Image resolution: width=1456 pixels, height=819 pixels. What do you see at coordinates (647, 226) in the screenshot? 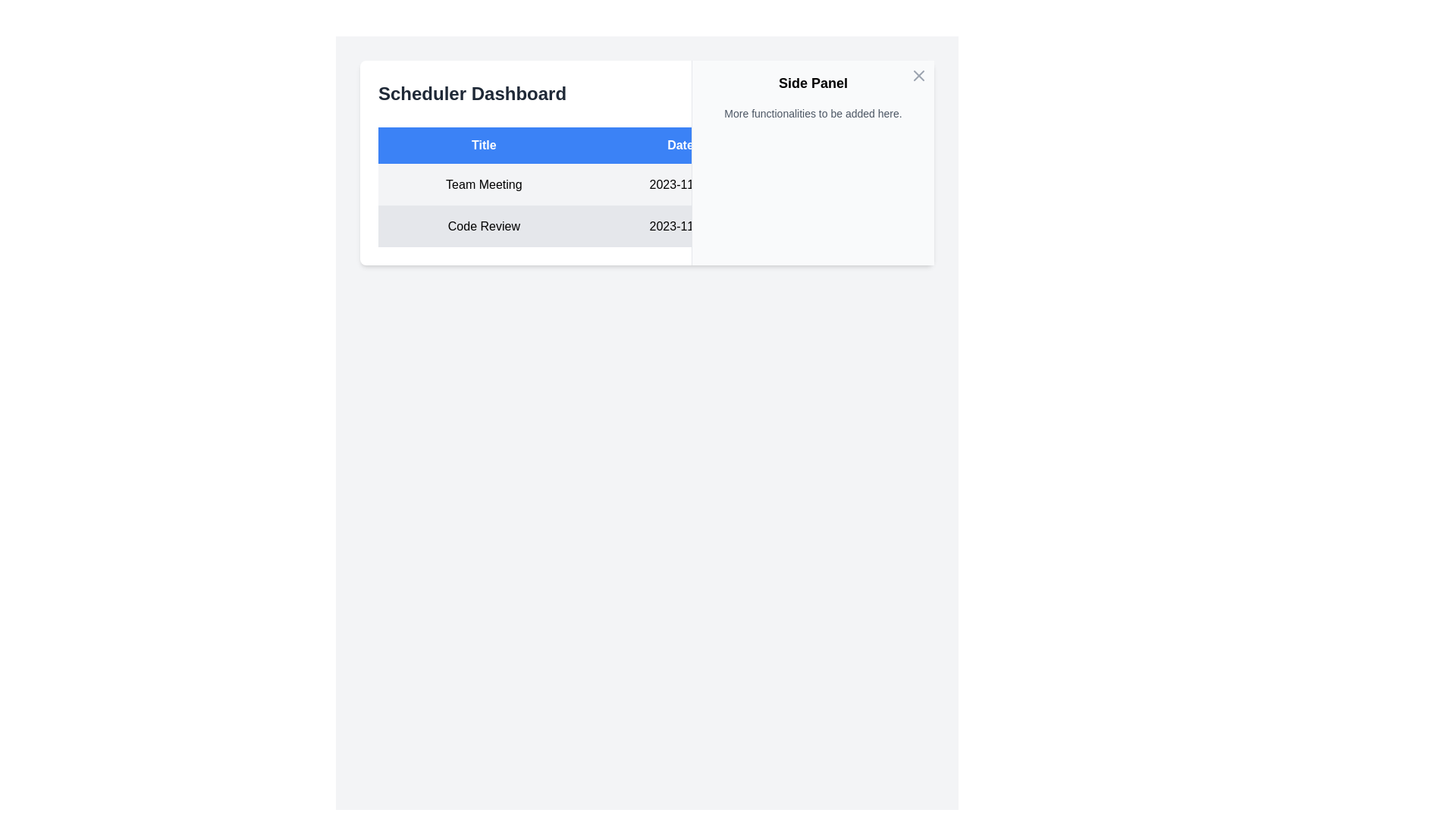
I see `the second row in the procedural schedule table under the 'Scheduler Dashboard' section` at bounding box center [647, 226].